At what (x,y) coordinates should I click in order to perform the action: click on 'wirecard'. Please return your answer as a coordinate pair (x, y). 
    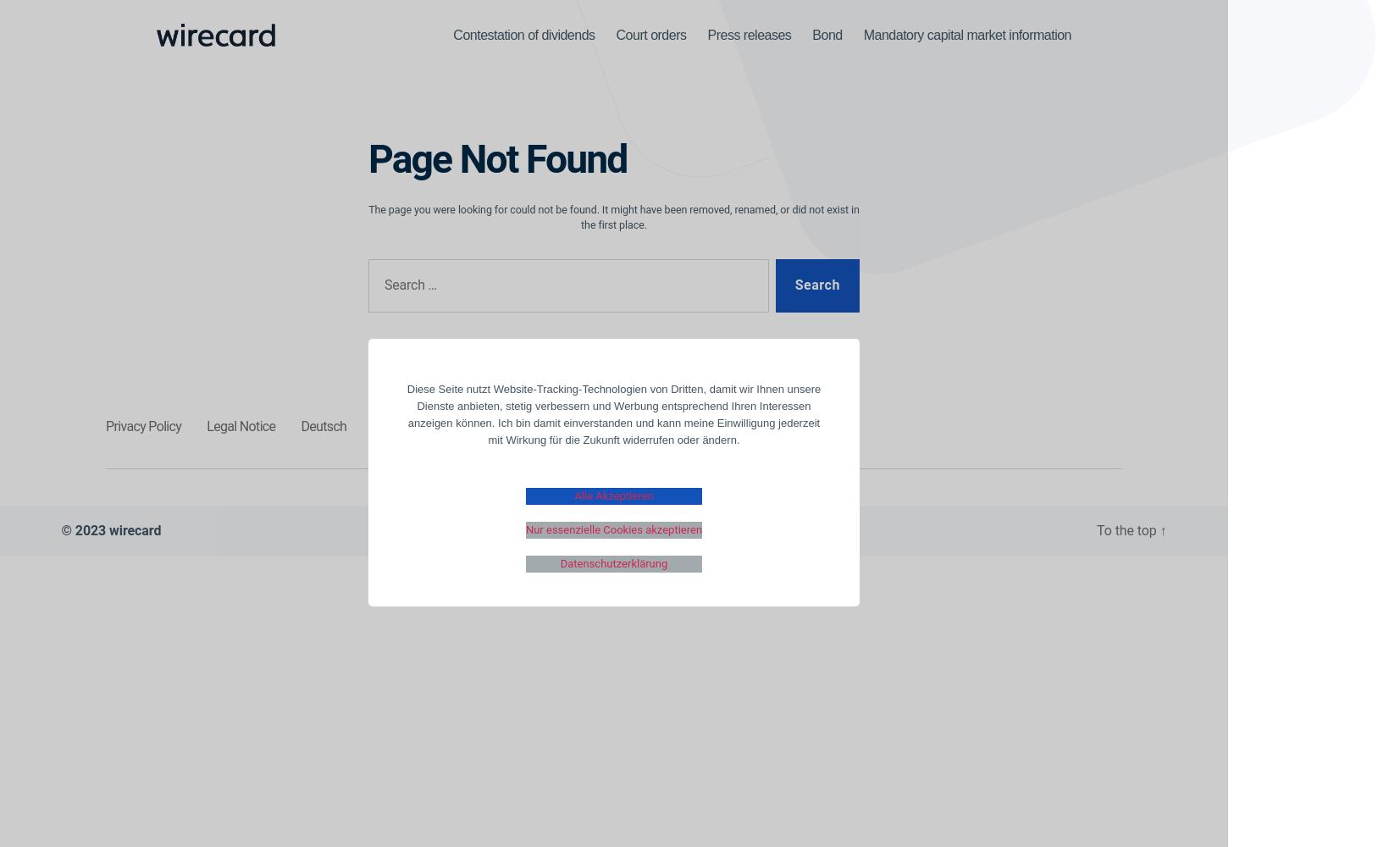
    Looking at the image, I should click on (108, 529).